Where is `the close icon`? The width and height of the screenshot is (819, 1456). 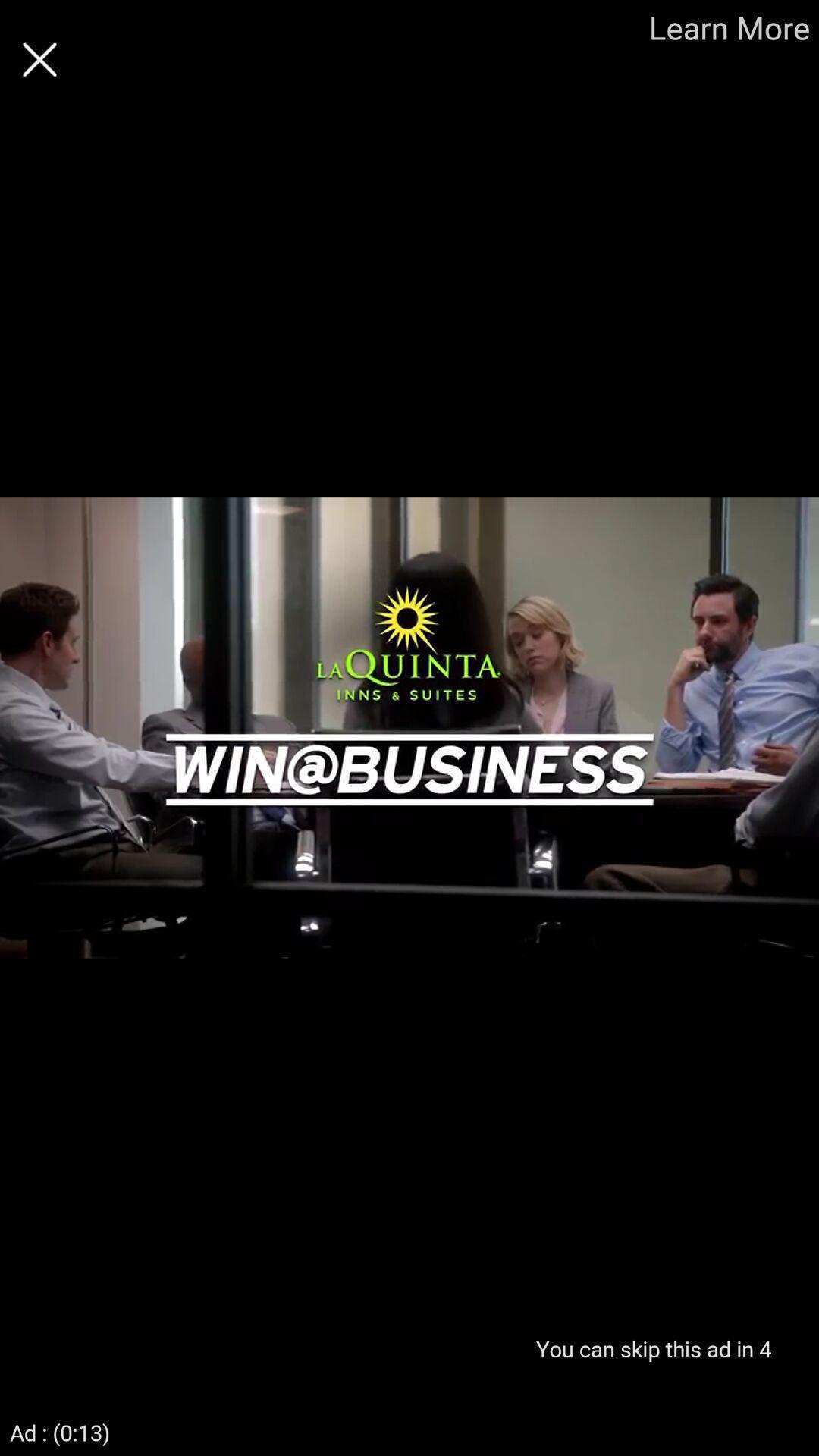 the close icon is located at coordinates (39, 59).